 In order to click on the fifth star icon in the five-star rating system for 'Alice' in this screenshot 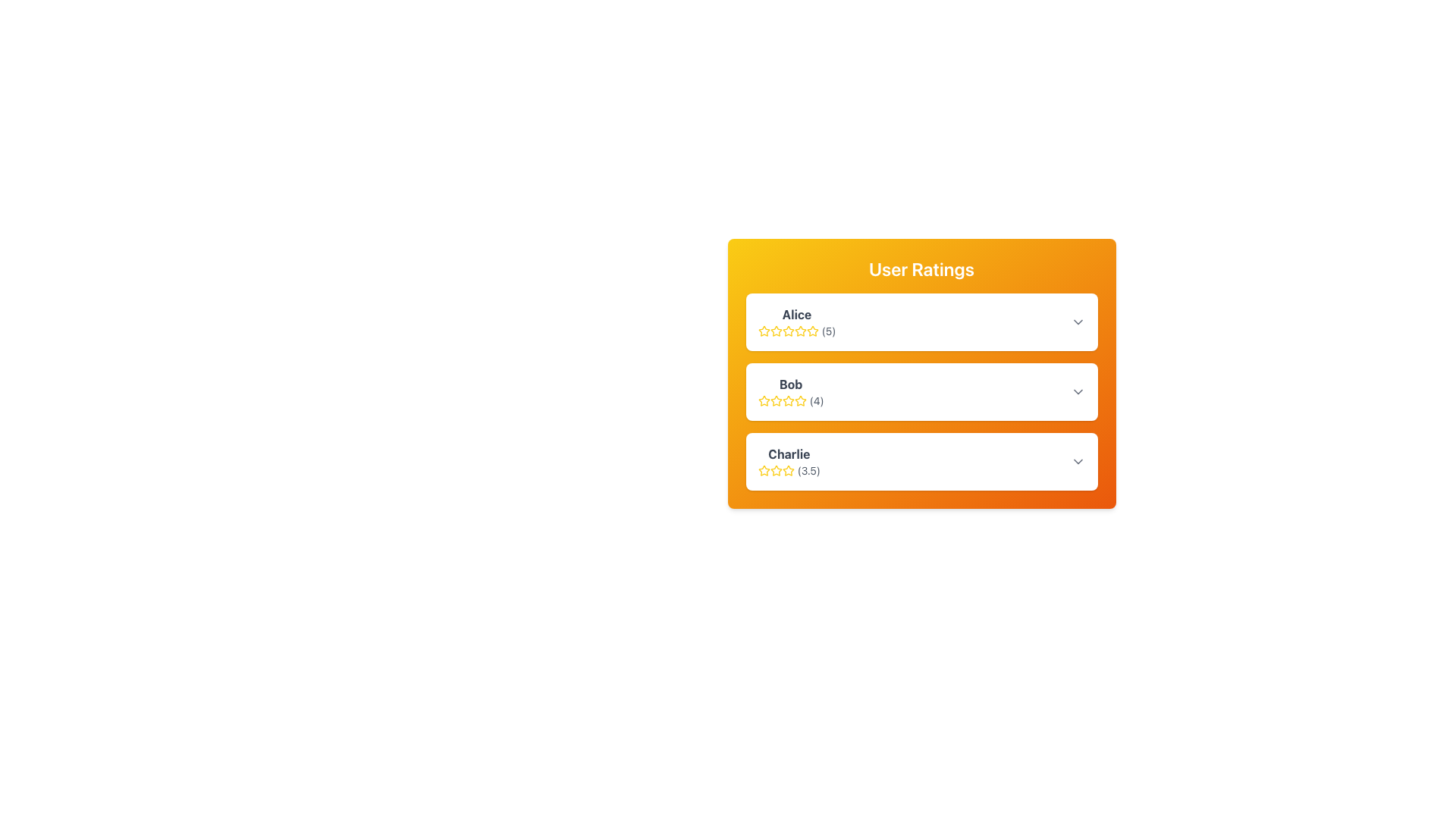, I will do `click(799, 330)`.